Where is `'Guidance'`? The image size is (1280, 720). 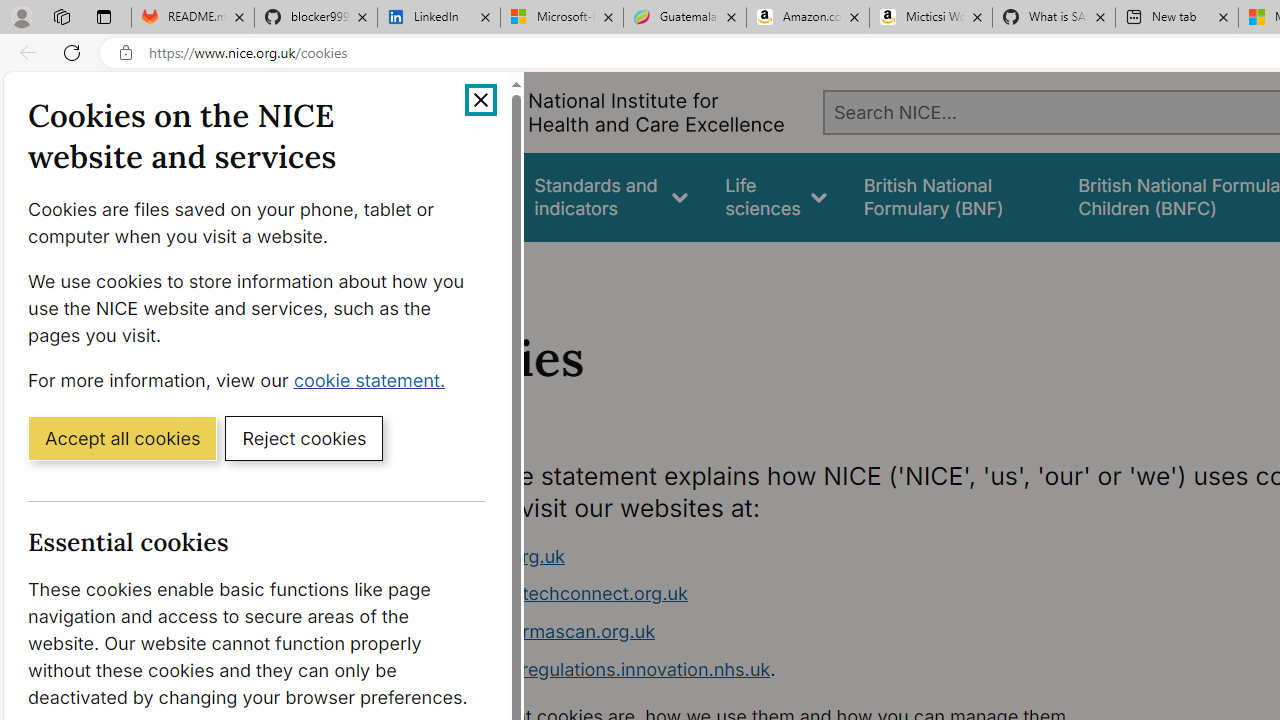 'Guidance' is located at coordinates (457, 197).